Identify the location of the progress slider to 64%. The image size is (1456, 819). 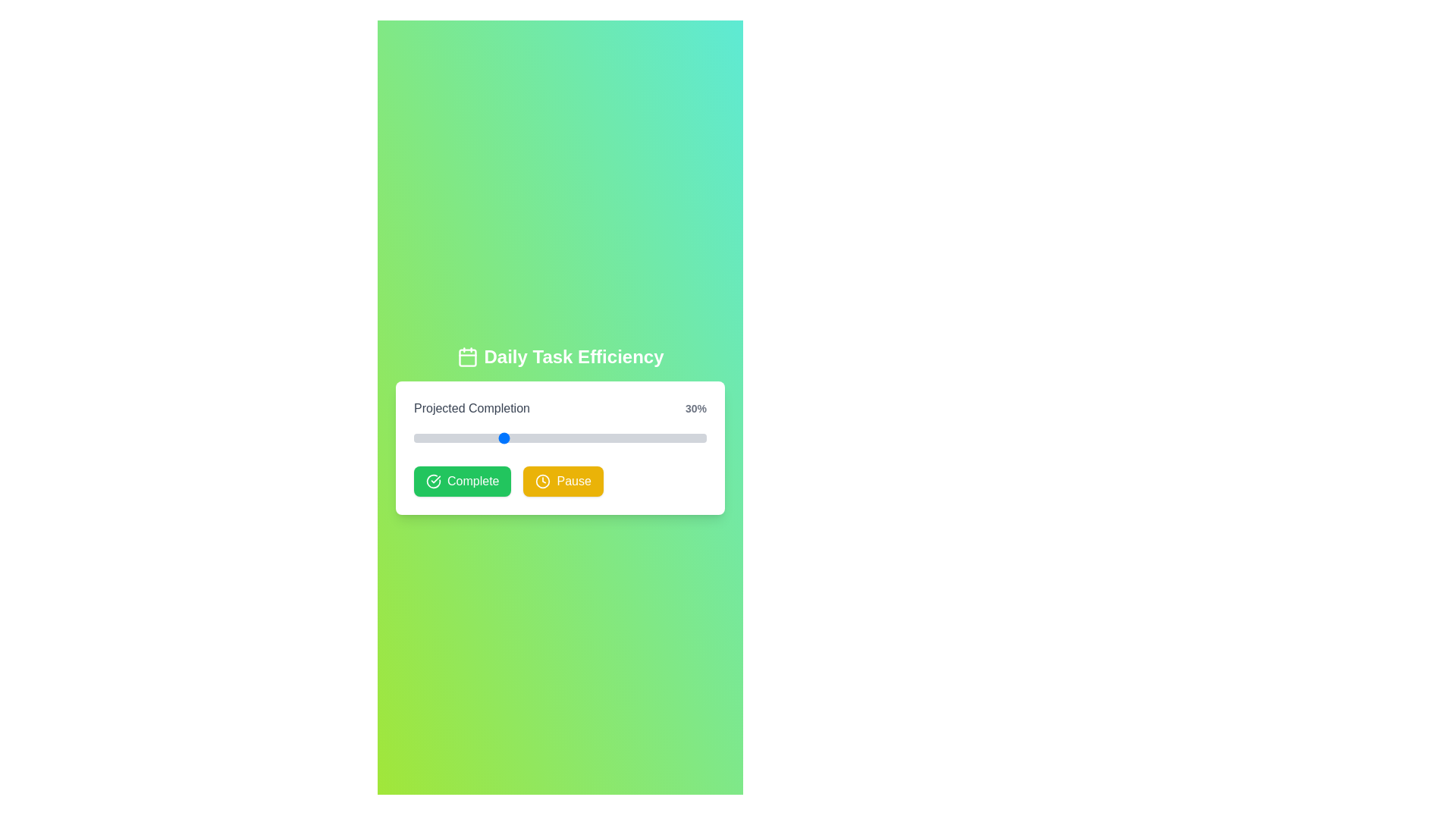
(600, 438).